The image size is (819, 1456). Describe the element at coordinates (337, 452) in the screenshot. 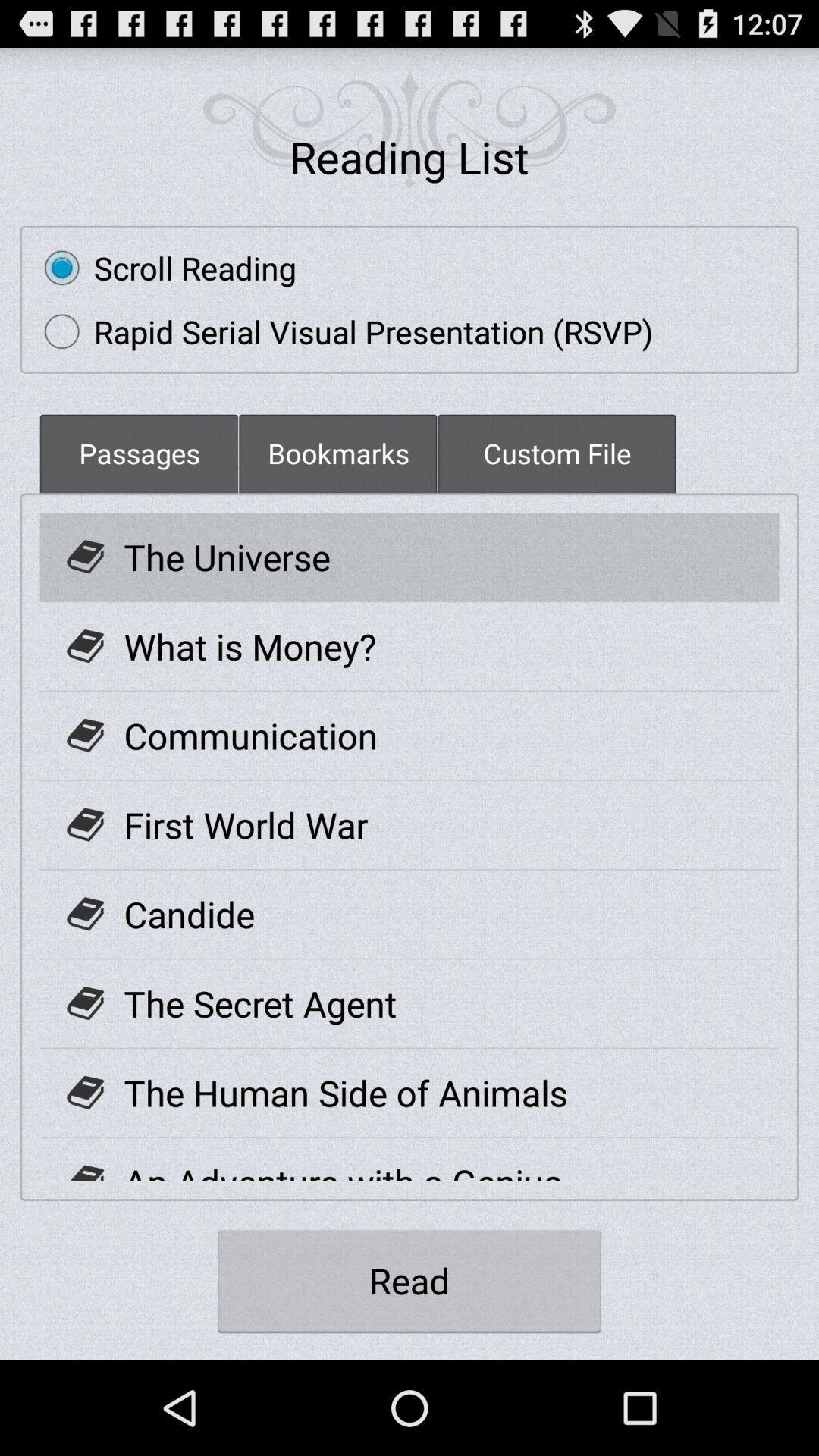

I see `item next to custom file item` at that location.